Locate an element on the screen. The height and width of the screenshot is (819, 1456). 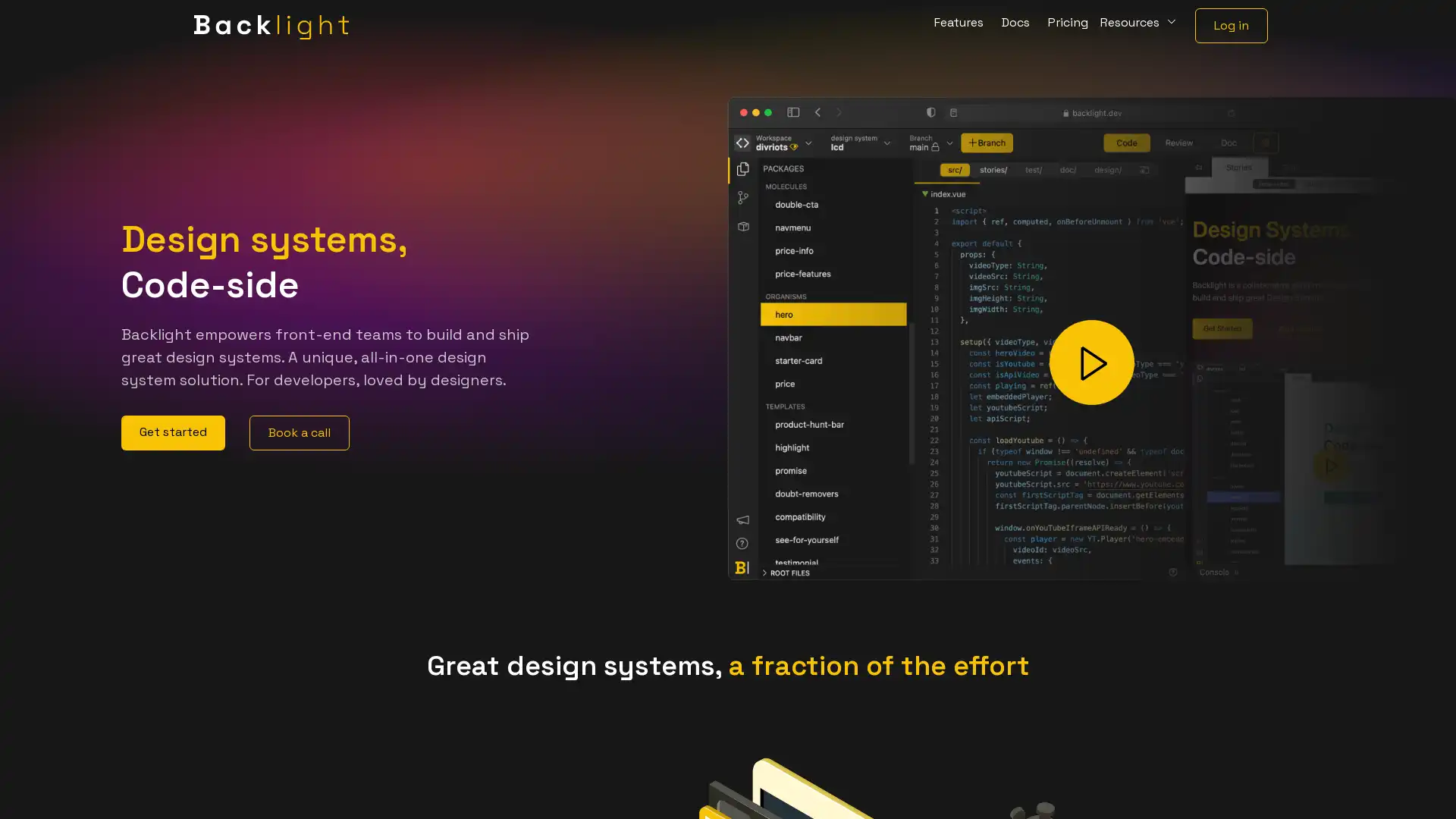
Resources is located at coordinates (1139, 26).